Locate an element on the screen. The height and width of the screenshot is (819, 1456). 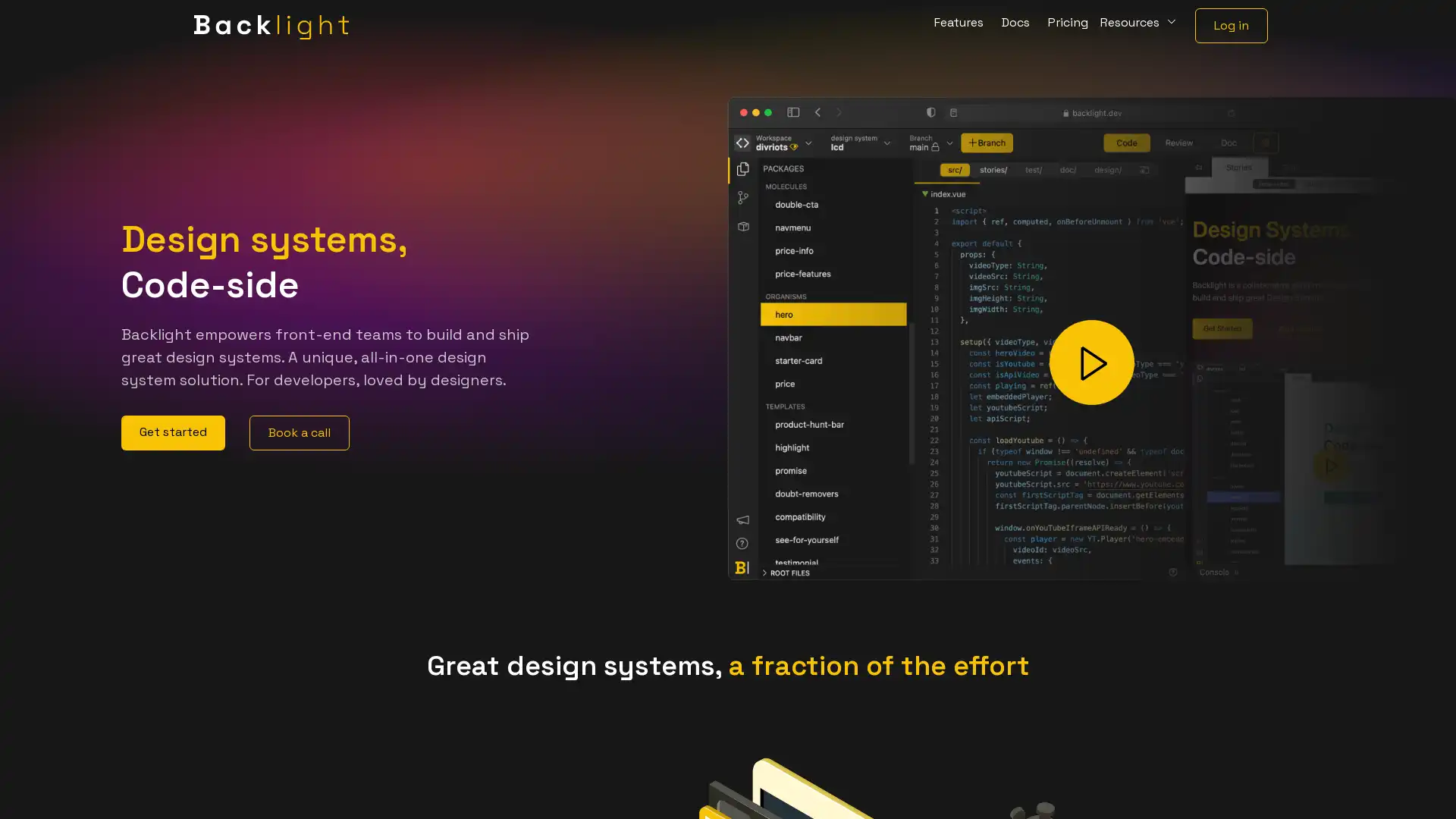
Resources is located at coordinates (1139, 26).